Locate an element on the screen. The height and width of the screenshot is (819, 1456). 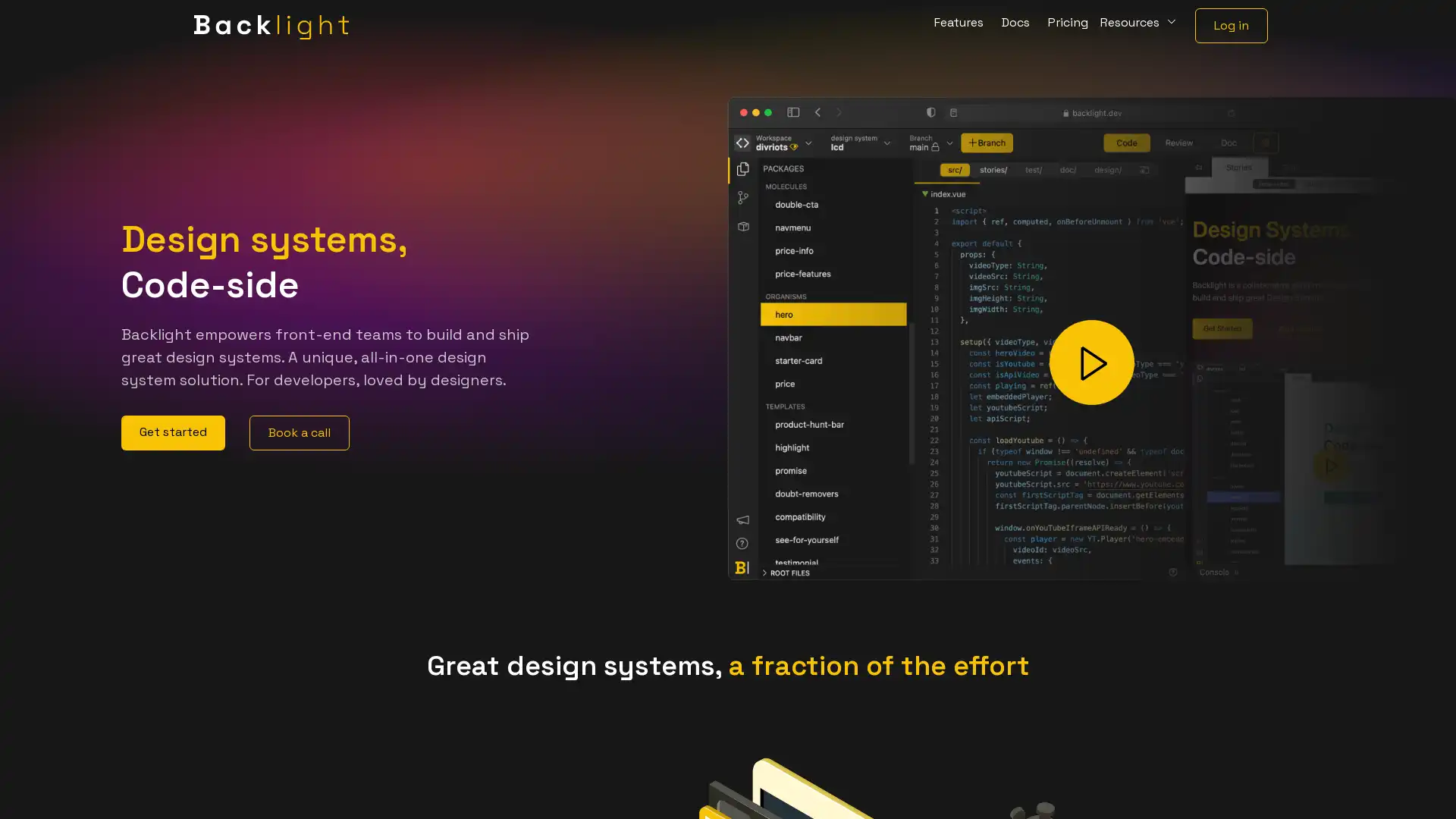
Resources is located at coordinates (1139, 26).